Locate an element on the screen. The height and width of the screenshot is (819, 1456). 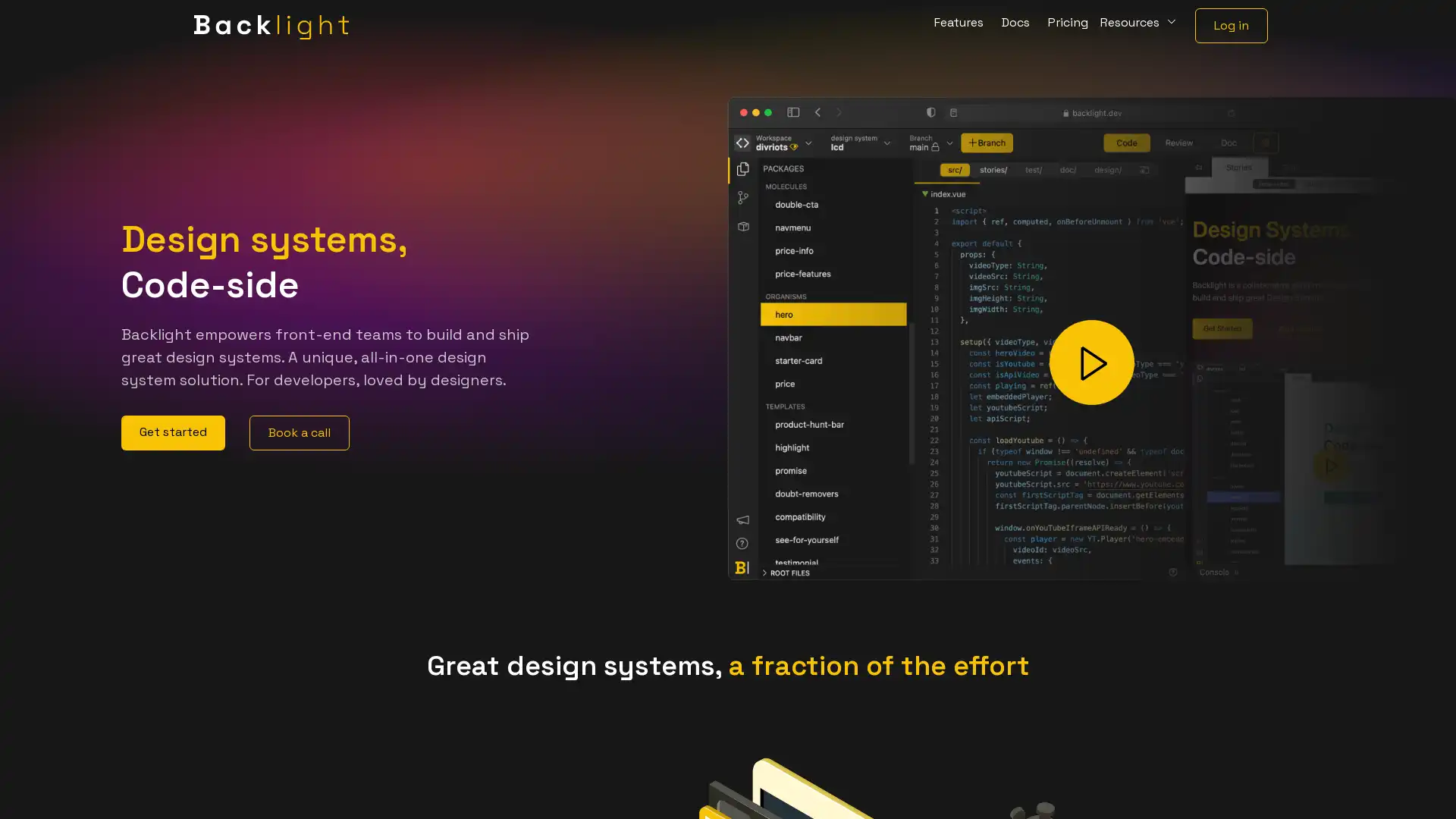
Resources is located at coordinates (1139, 26).